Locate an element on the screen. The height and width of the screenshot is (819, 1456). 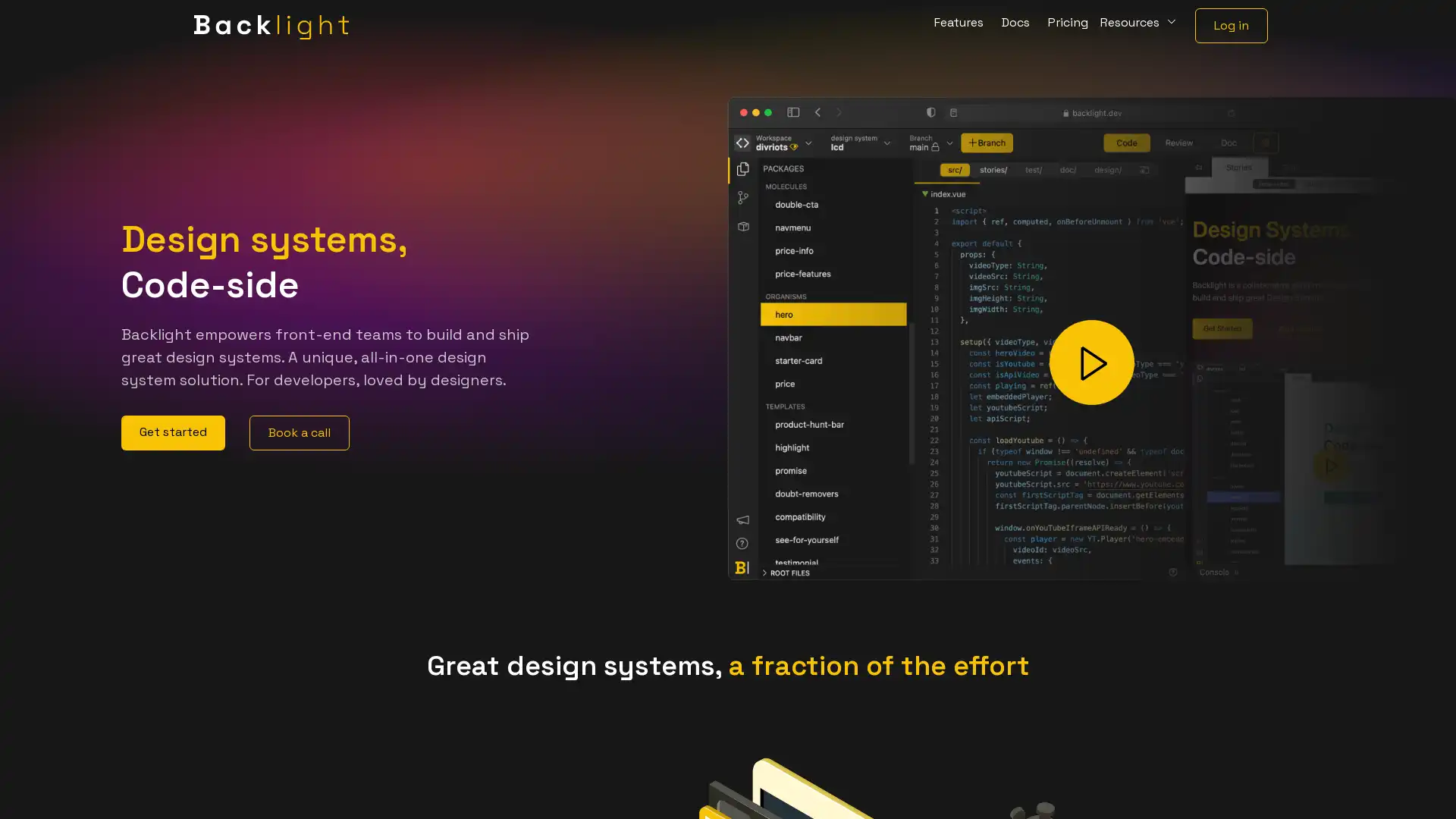
Resources is located at coordinates (1139, 26).